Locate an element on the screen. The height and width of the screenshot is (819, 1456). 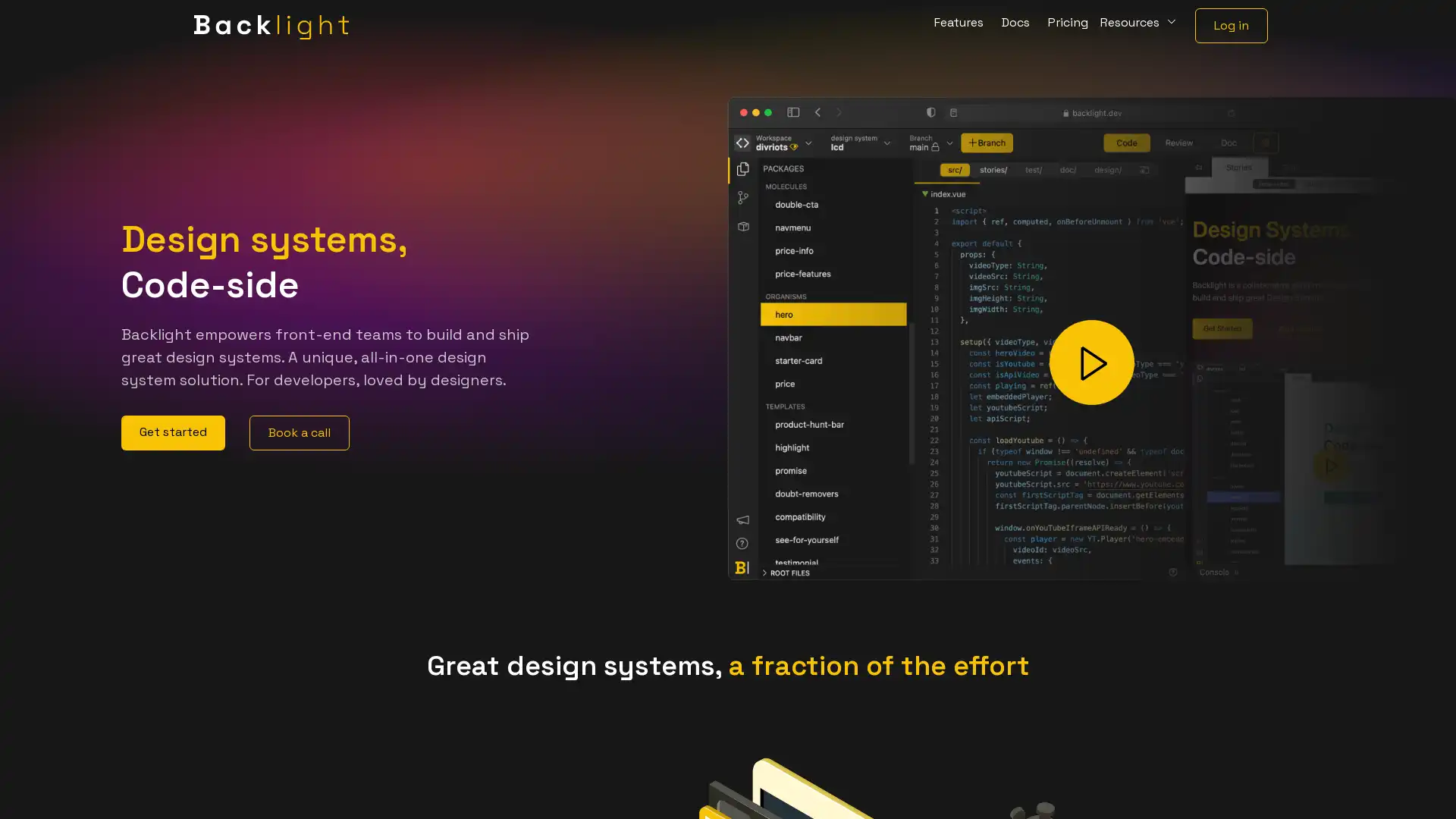
Resources is located at coordinates (1139, 26).